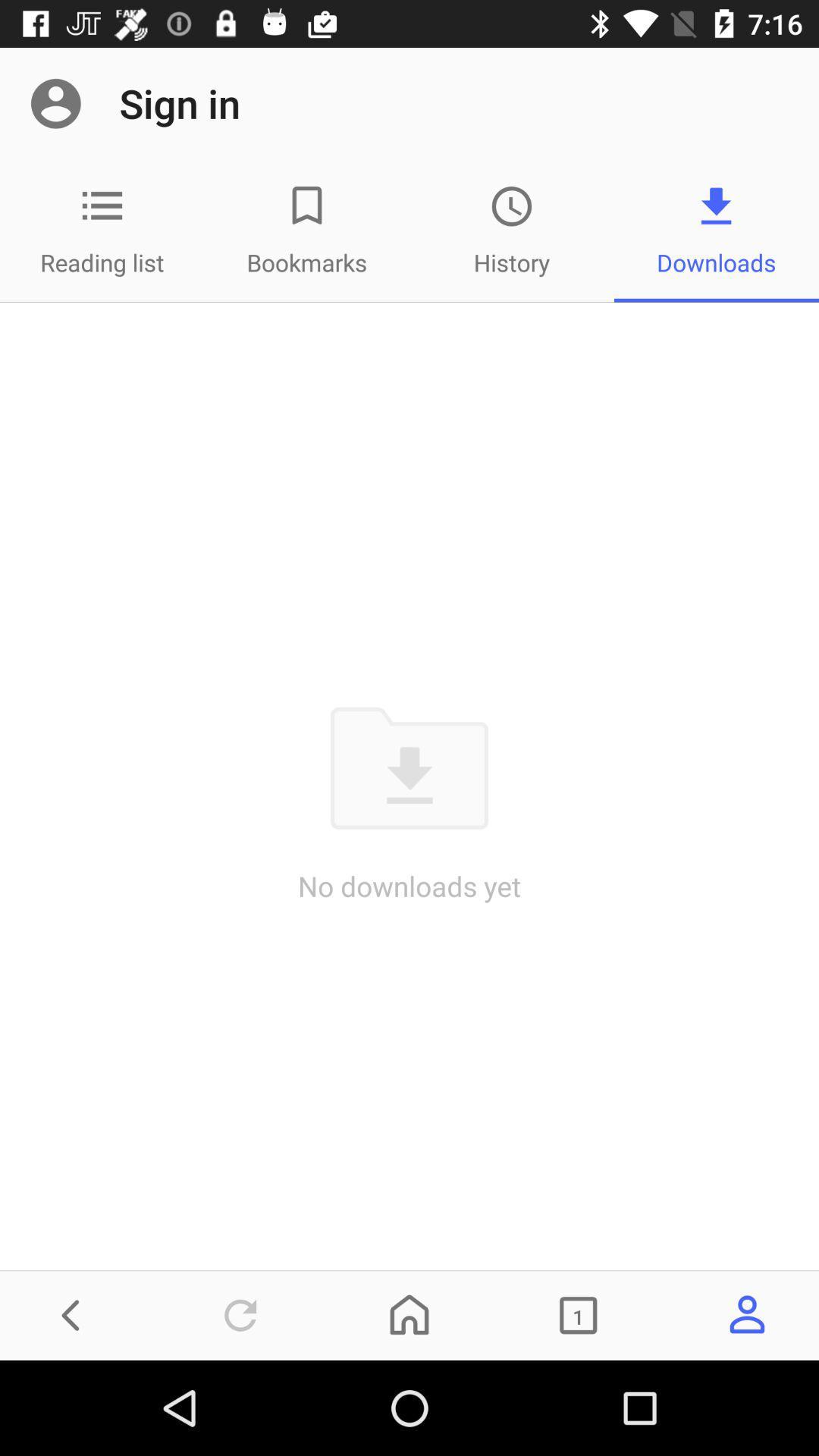 The width and height of the screenshot is (819, 1456). I want to click on the home icon, so click(409, 1314).